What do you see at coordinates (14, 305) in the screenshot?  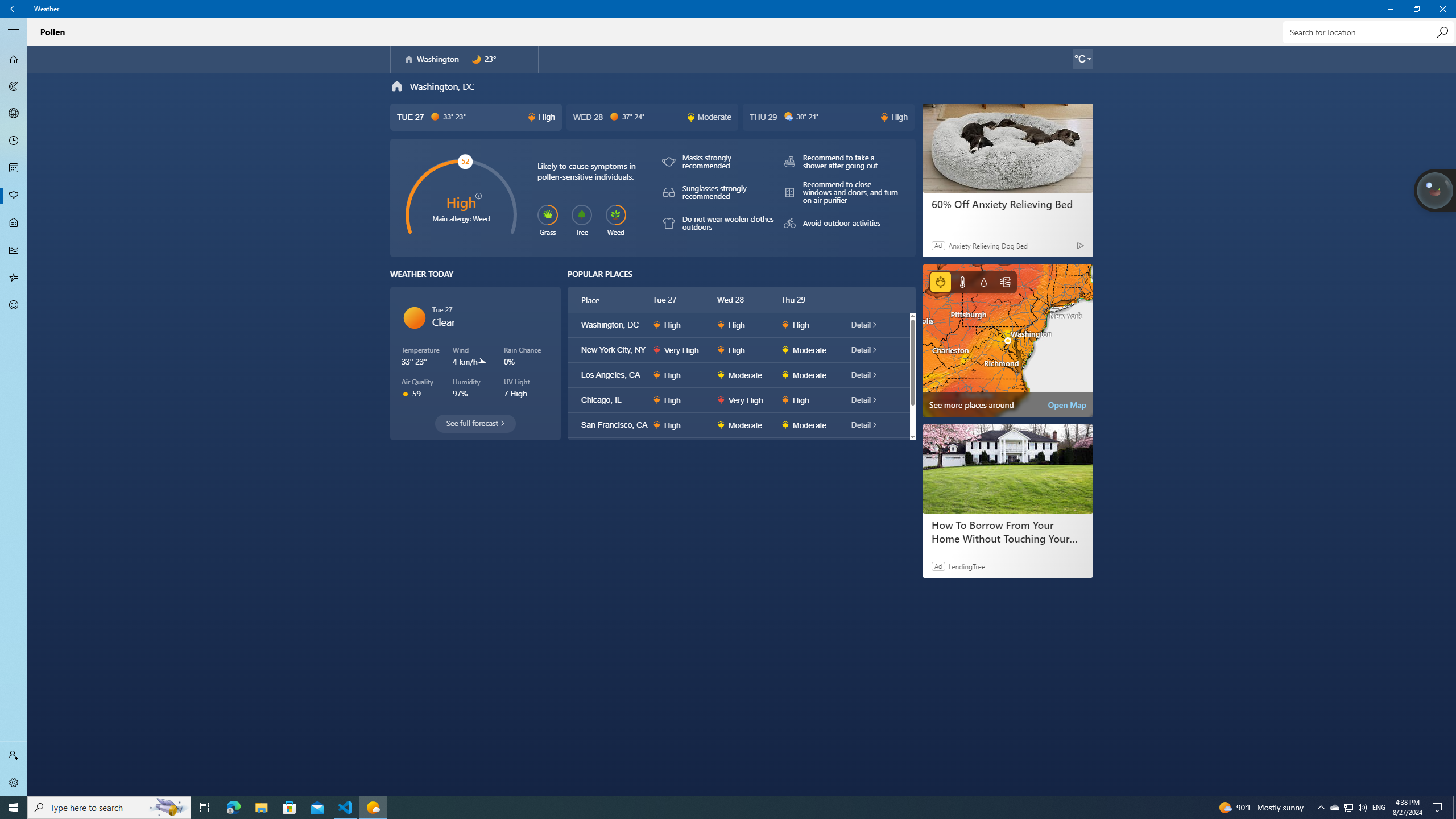 I see `'Send Feedback - Not Selected'` at bounding box center [14, 305].